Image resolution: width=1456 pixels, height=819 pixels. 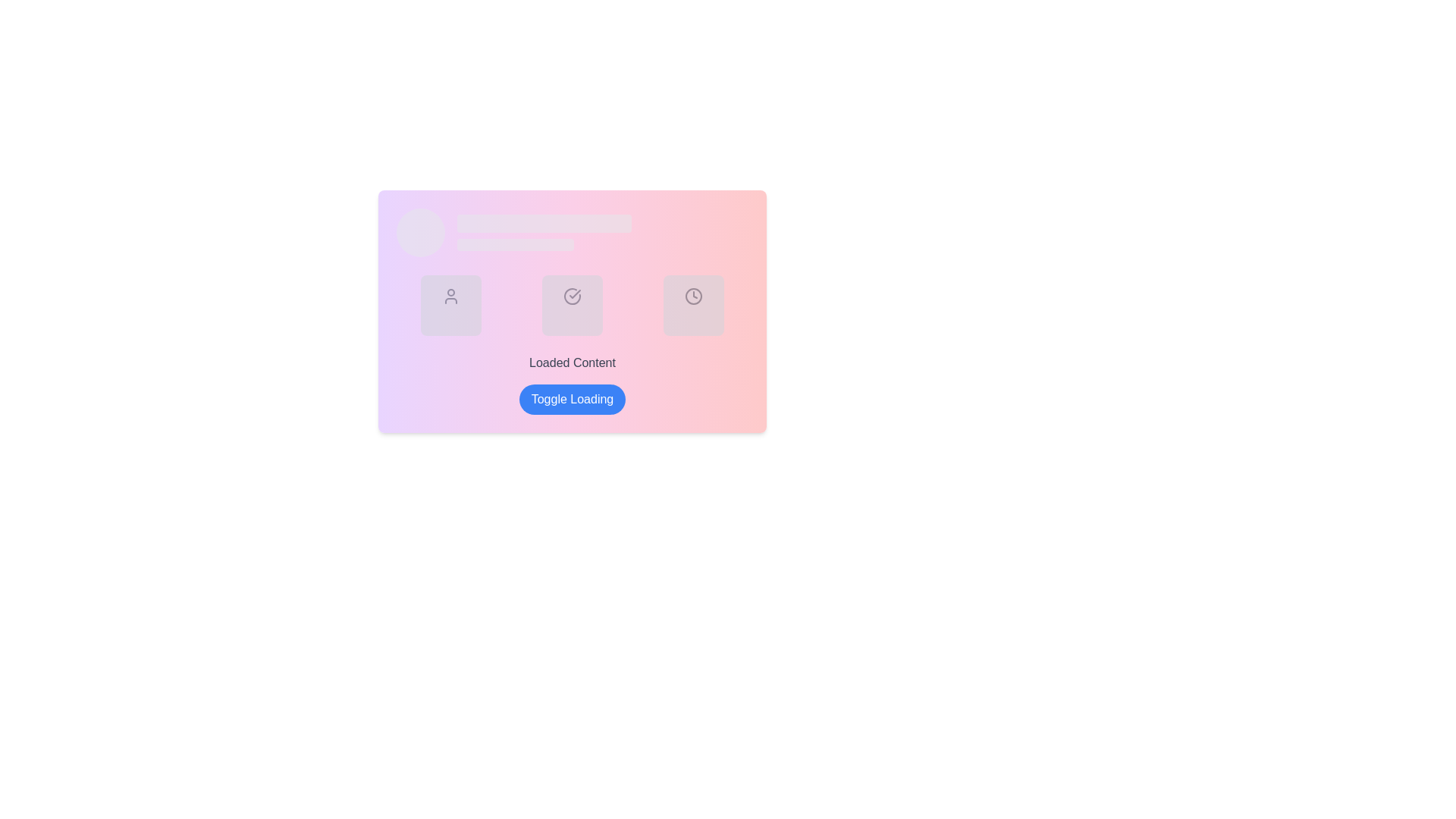 I want to click on the blue rectangular button labeled 'Toggle Loading', so click(x=571, y=399).